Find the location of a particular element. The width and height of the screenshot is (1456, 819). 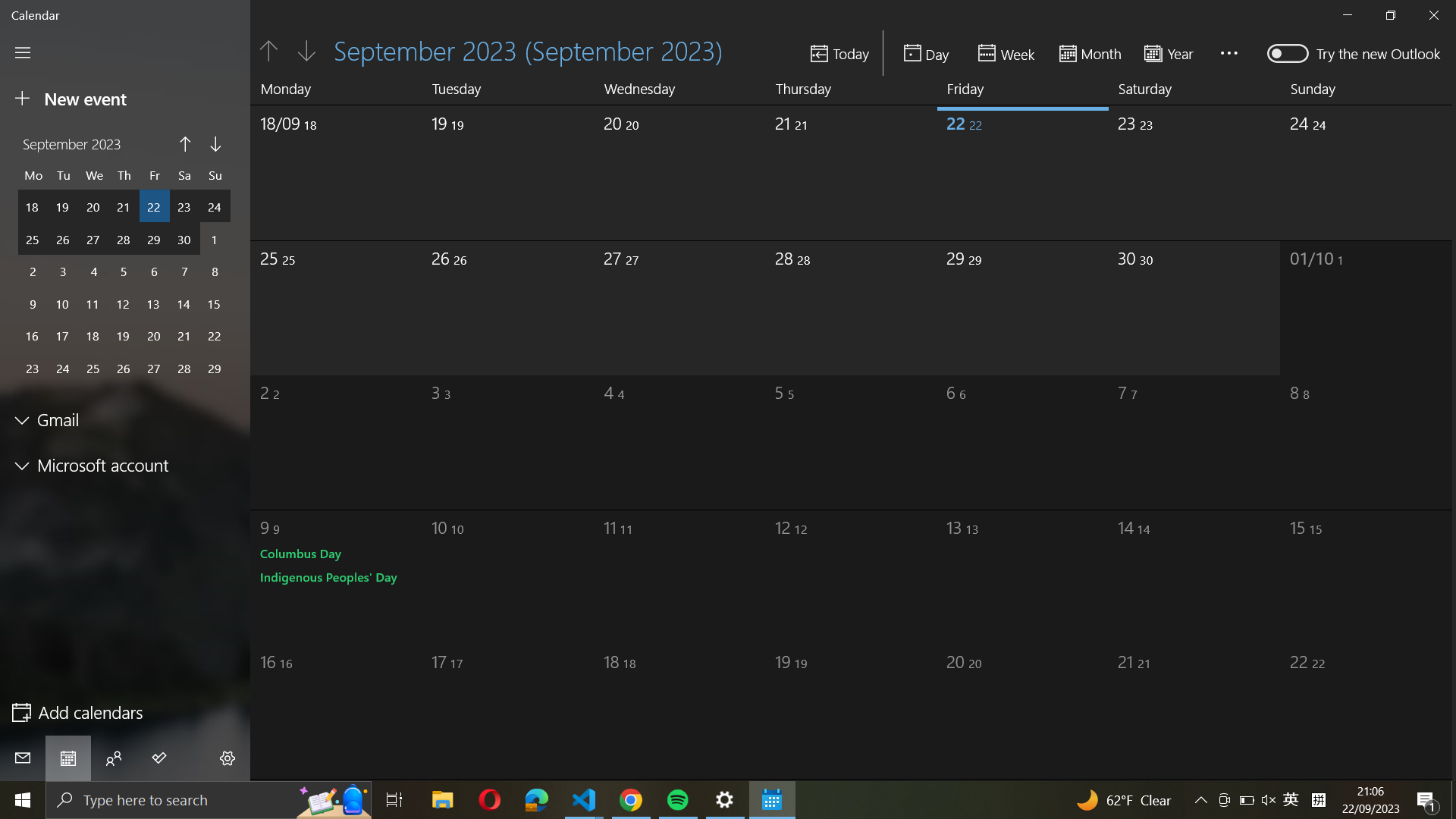

Through the calendar, establish communication with others is located at coordinates (113, 758).